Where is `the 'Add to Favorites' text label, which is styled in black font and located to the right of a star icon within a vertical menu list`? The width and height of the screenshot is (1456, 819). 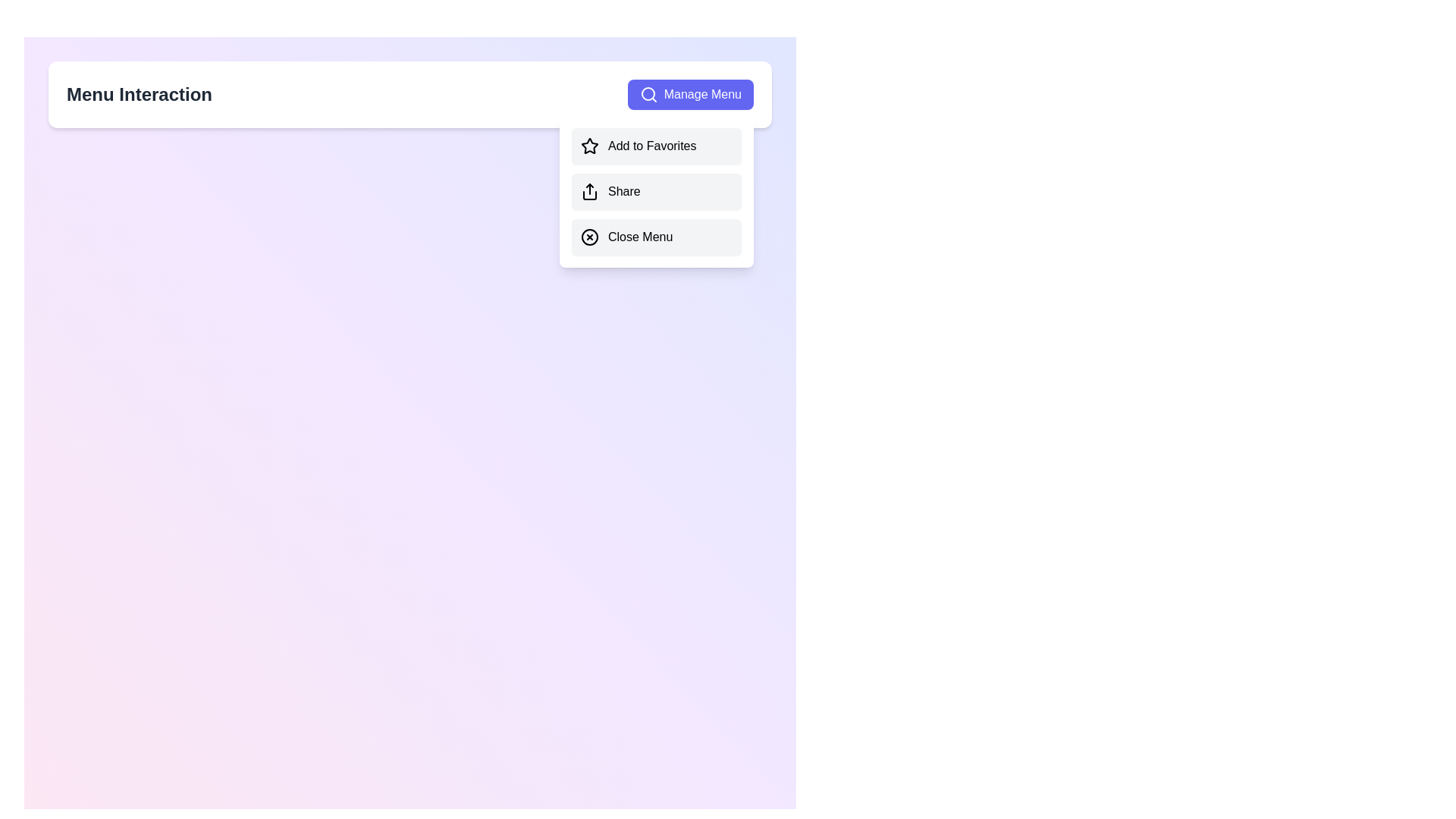
the 'Add to Favorites' text label, which is styled in black font and located to the right of a star icon within a vertical menu list is located at coordinates (652, 146).